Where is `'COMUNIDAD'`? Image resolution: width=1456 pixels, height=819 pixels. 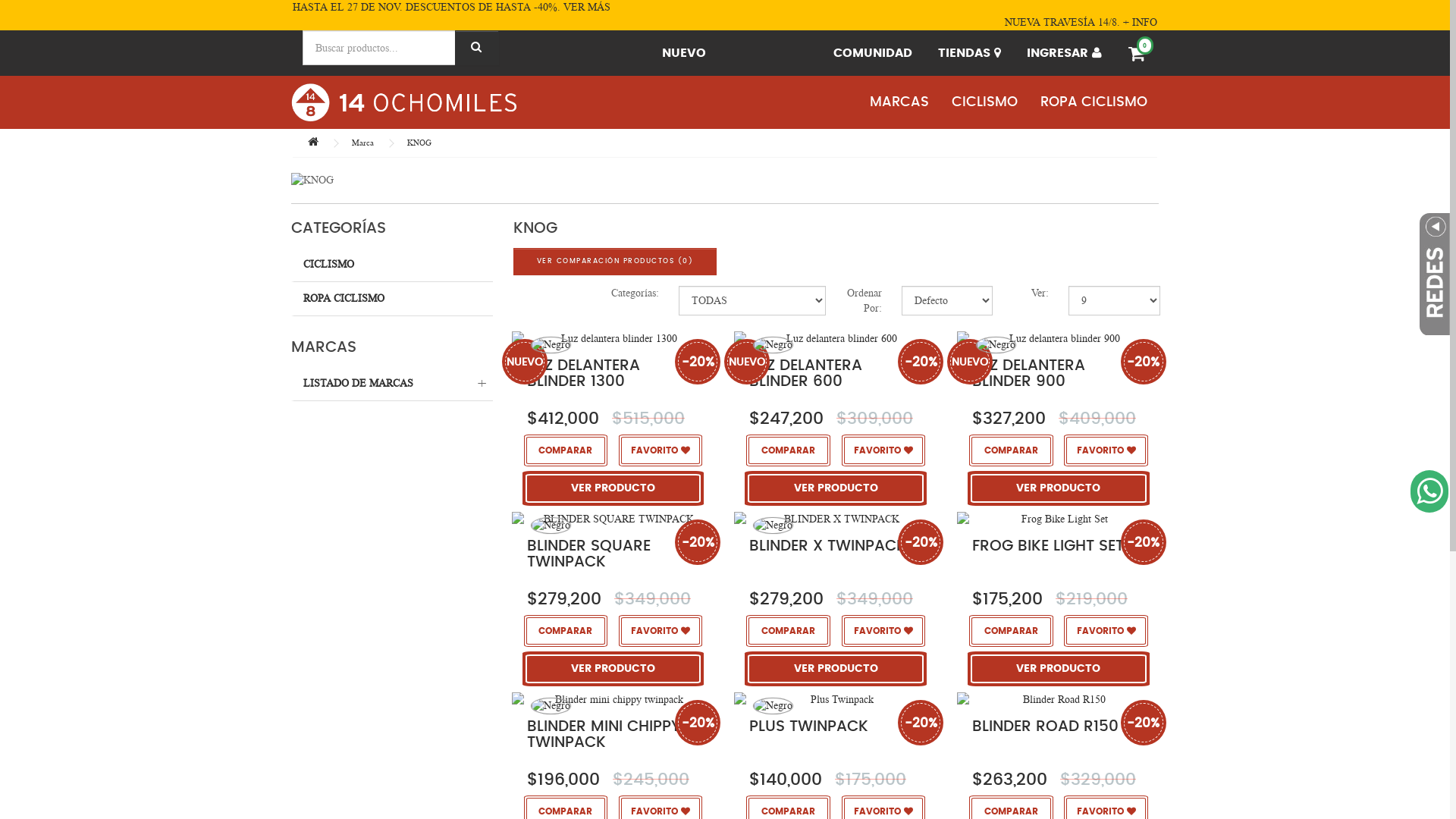
'COMUNIDAD' is located at coordinates (821, 52).